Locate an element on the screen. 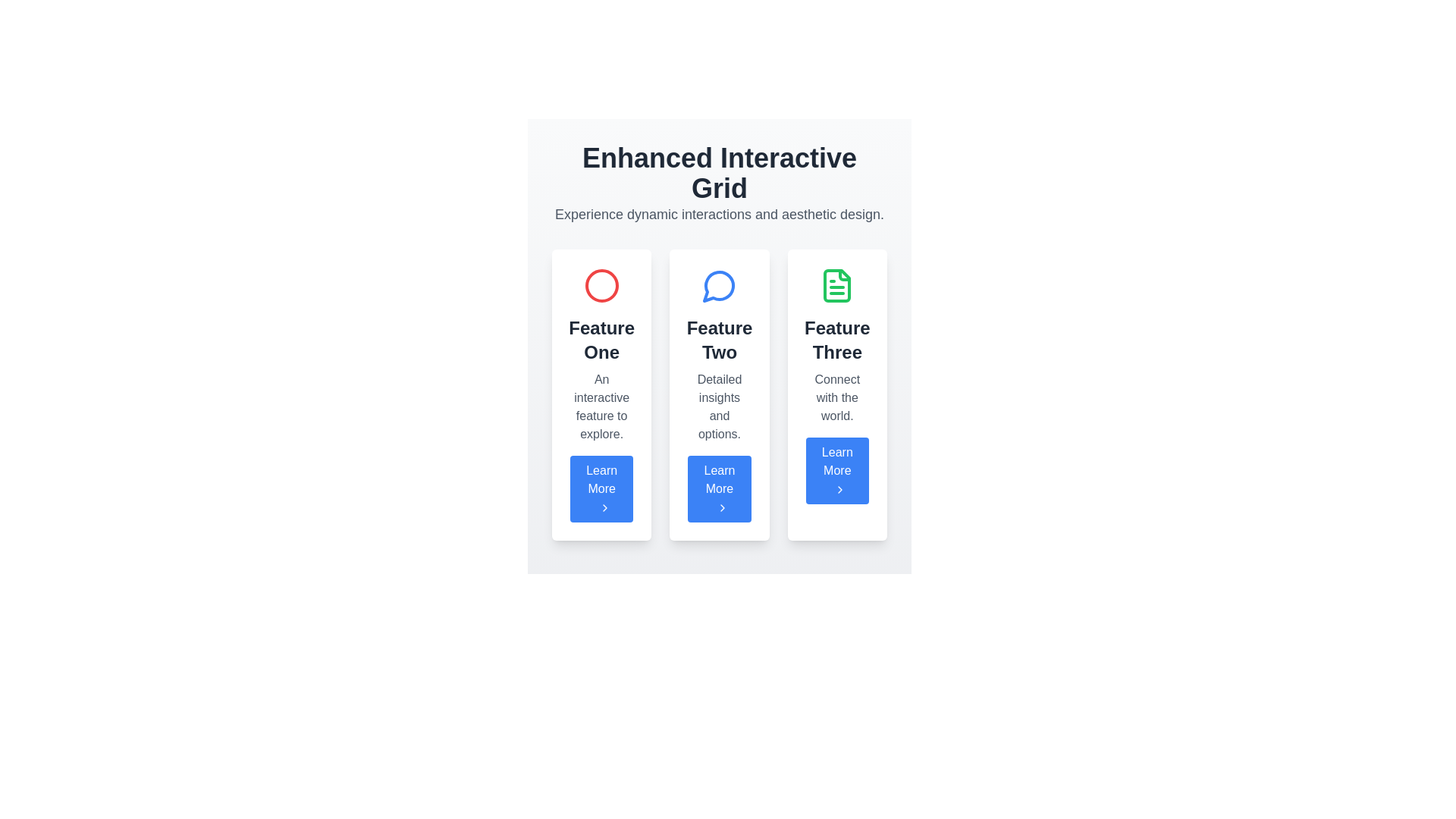 The width and height of the screenshot is (1456, 819). the 'Learn More' button, which is a rectangular button with rounded corners, blue background, and white text located under 'Feature One' is located at coordinates (601, 488).